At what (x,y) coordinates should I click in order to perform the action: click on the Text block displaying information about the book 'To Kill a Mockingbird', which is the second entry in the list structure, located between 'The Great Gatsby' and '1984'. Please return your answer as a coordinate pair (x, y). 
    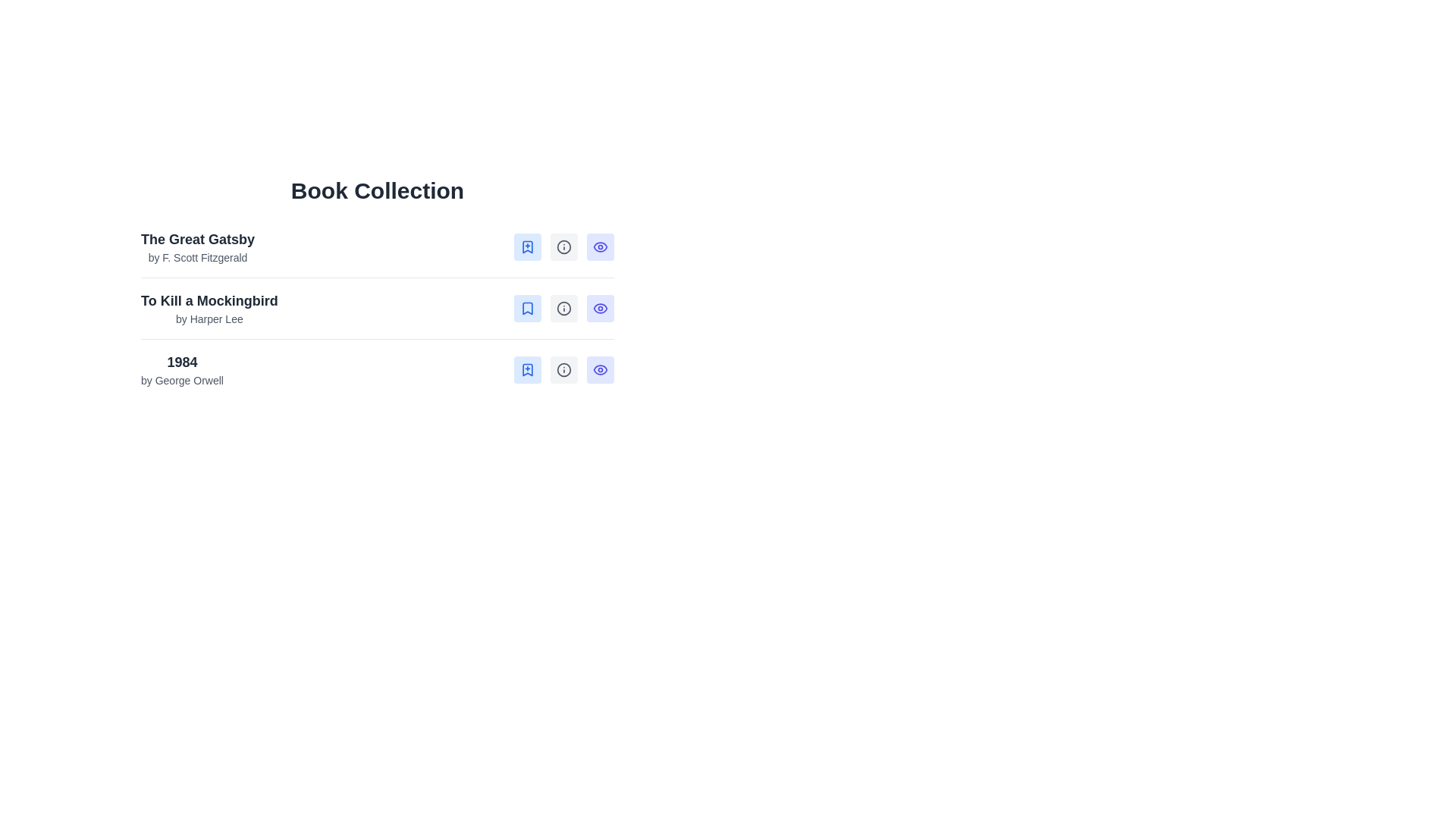
    Looking at the image, I should click on (209, 308).